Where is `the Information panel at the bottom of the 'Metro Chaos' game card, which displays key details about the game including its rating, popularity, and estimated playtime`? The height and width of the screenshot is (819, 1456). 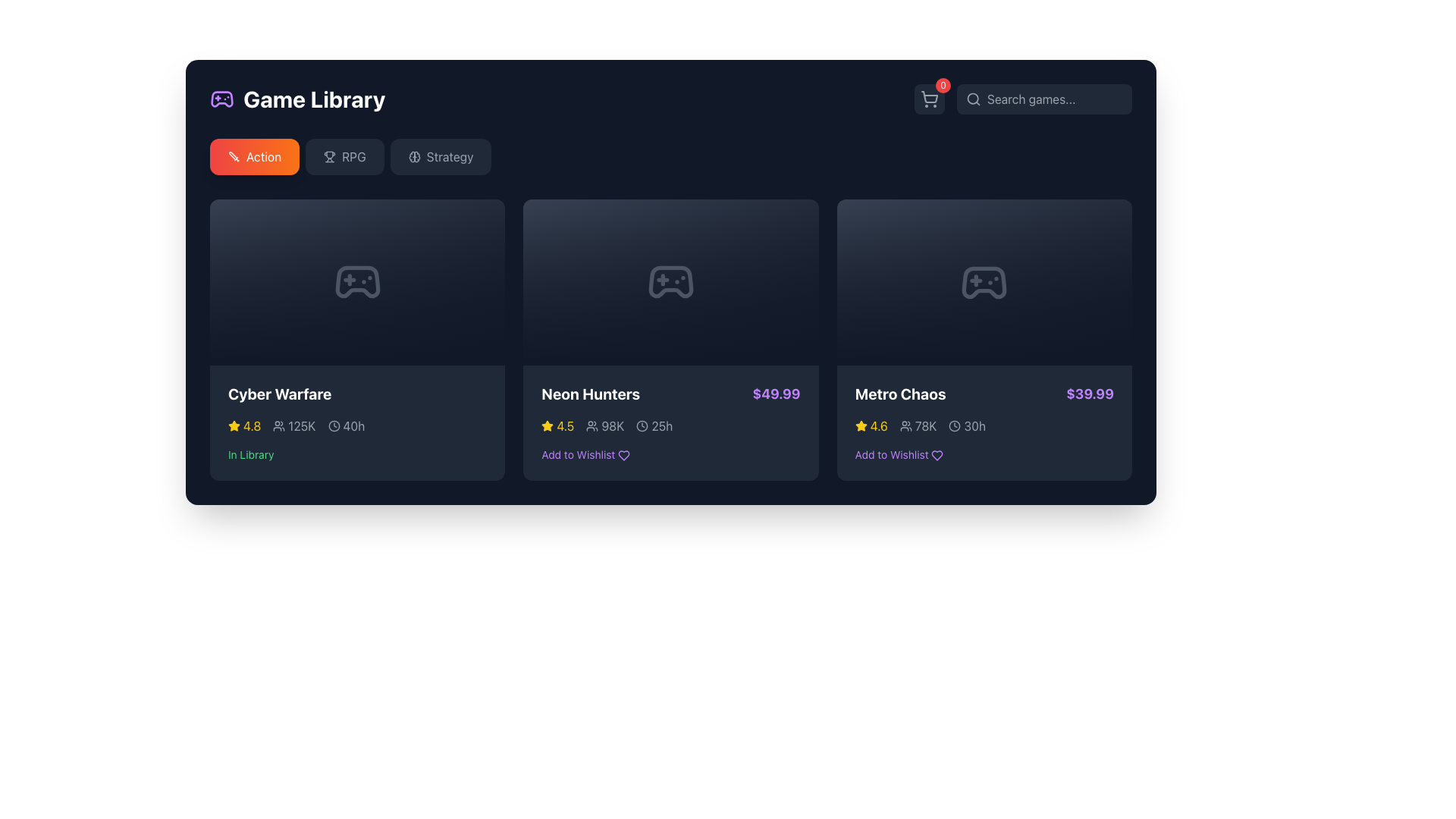 the Information panel at the bottom of the 'Metro Chaos' game card, which displays key details about the game including its rating, popularity, and estimated playtime is located at coordinates (984, 423).